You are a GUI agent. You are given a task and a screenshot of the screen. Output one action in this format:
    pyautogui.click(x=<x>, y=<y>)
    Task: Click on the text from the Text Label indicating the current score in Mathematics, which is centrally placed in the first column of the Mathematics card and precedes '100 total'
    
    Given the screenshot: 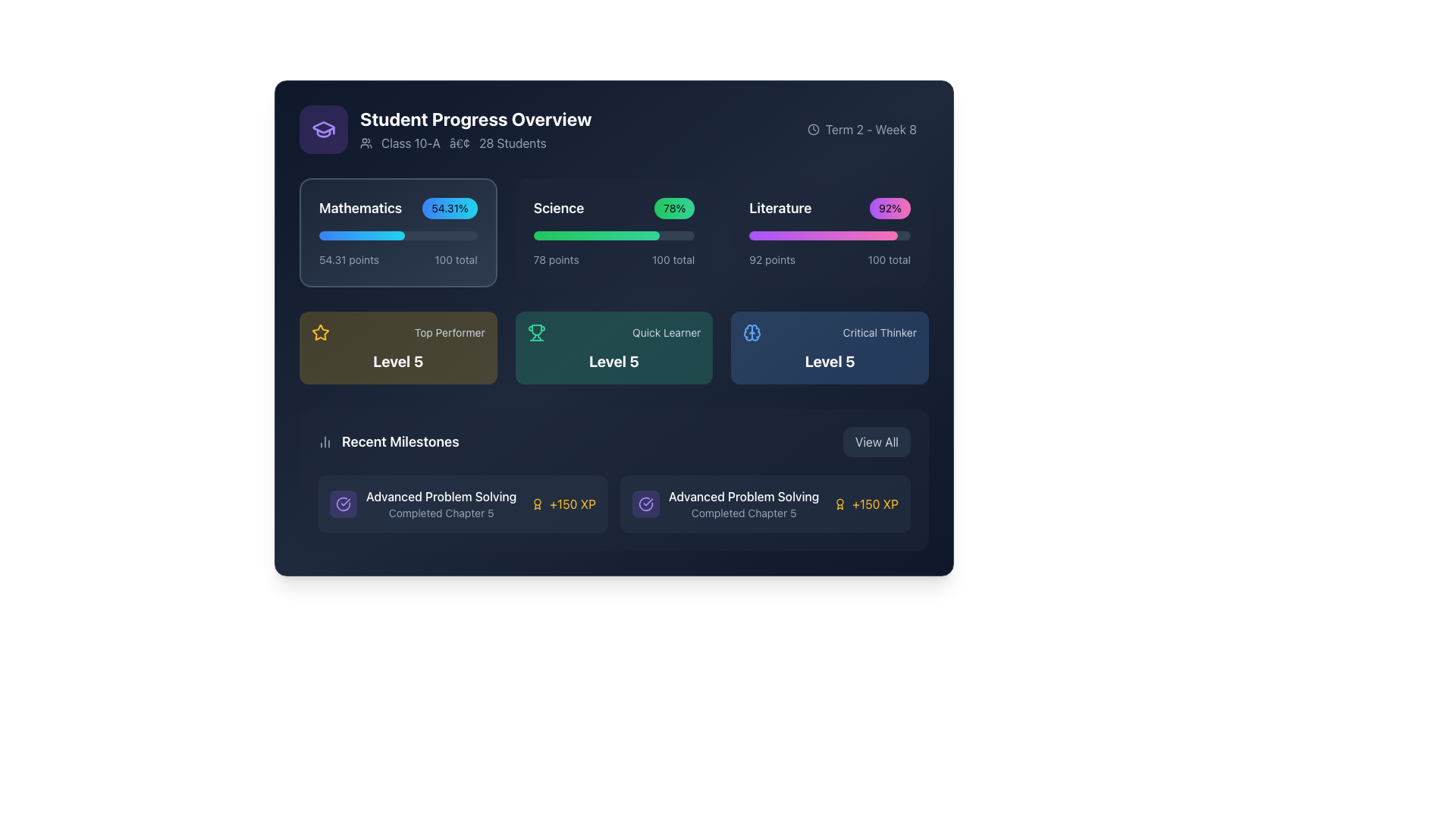 What is the action you would take?
    pyautogui.click(x=348, y=259)
    